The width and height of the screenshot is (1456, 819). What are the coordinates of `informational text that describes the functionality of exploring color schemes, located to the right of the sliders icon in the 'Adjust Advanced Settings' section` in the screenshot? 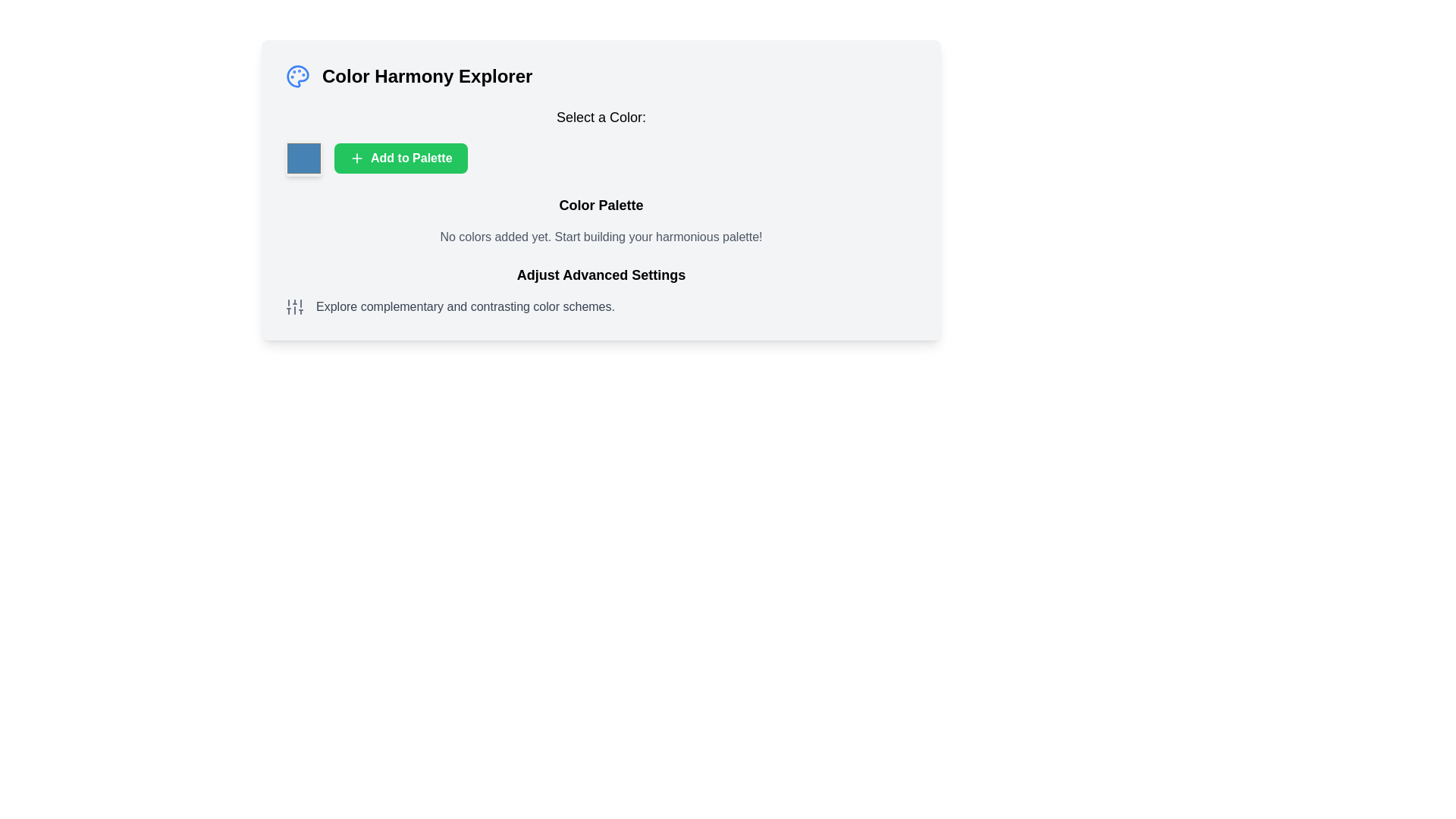 It's located at (465, 307).